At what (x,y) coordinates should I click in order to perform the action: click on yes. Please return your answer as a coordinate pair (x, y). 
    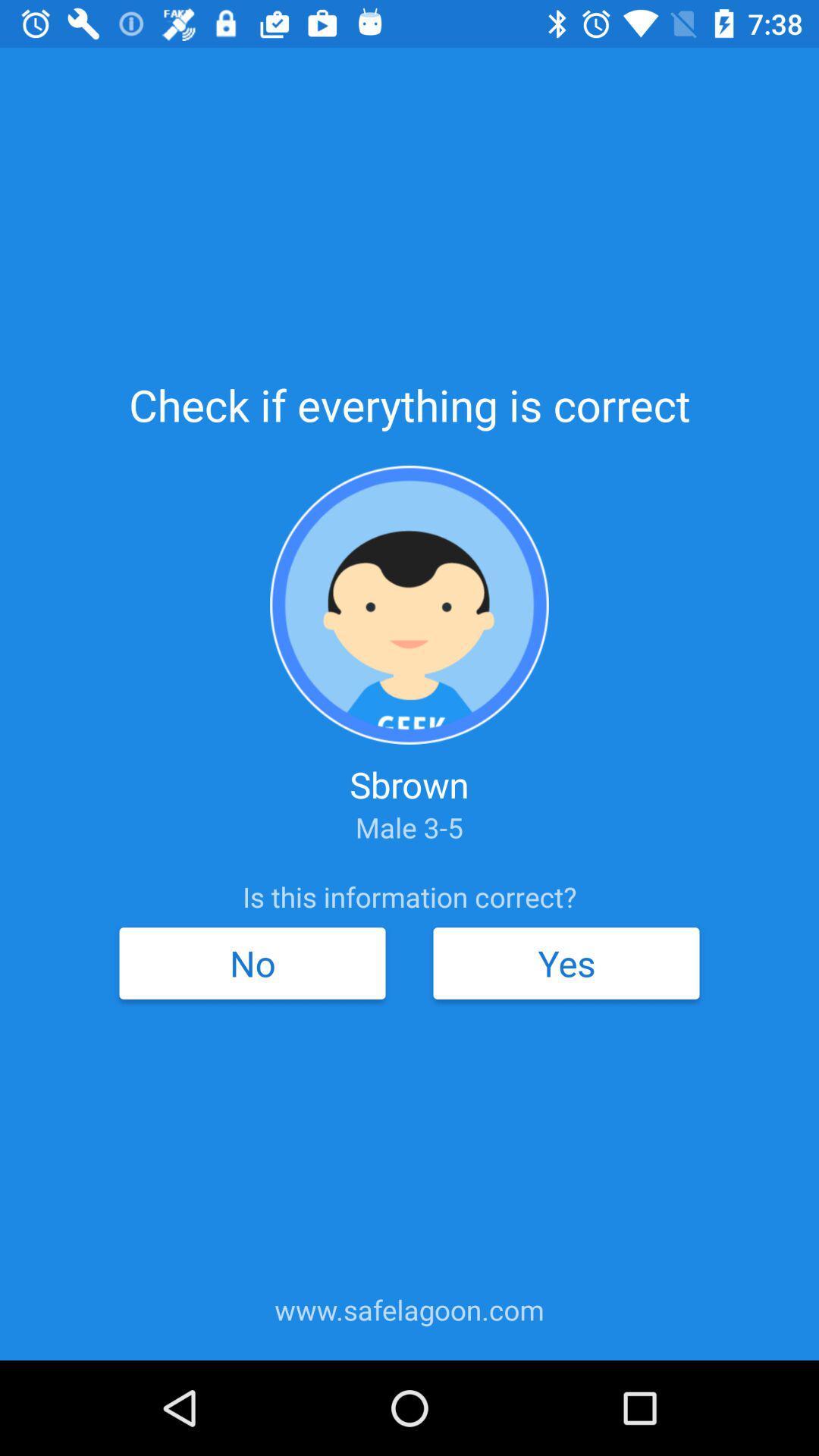
    Looking at the image, I should click on (566, 962).